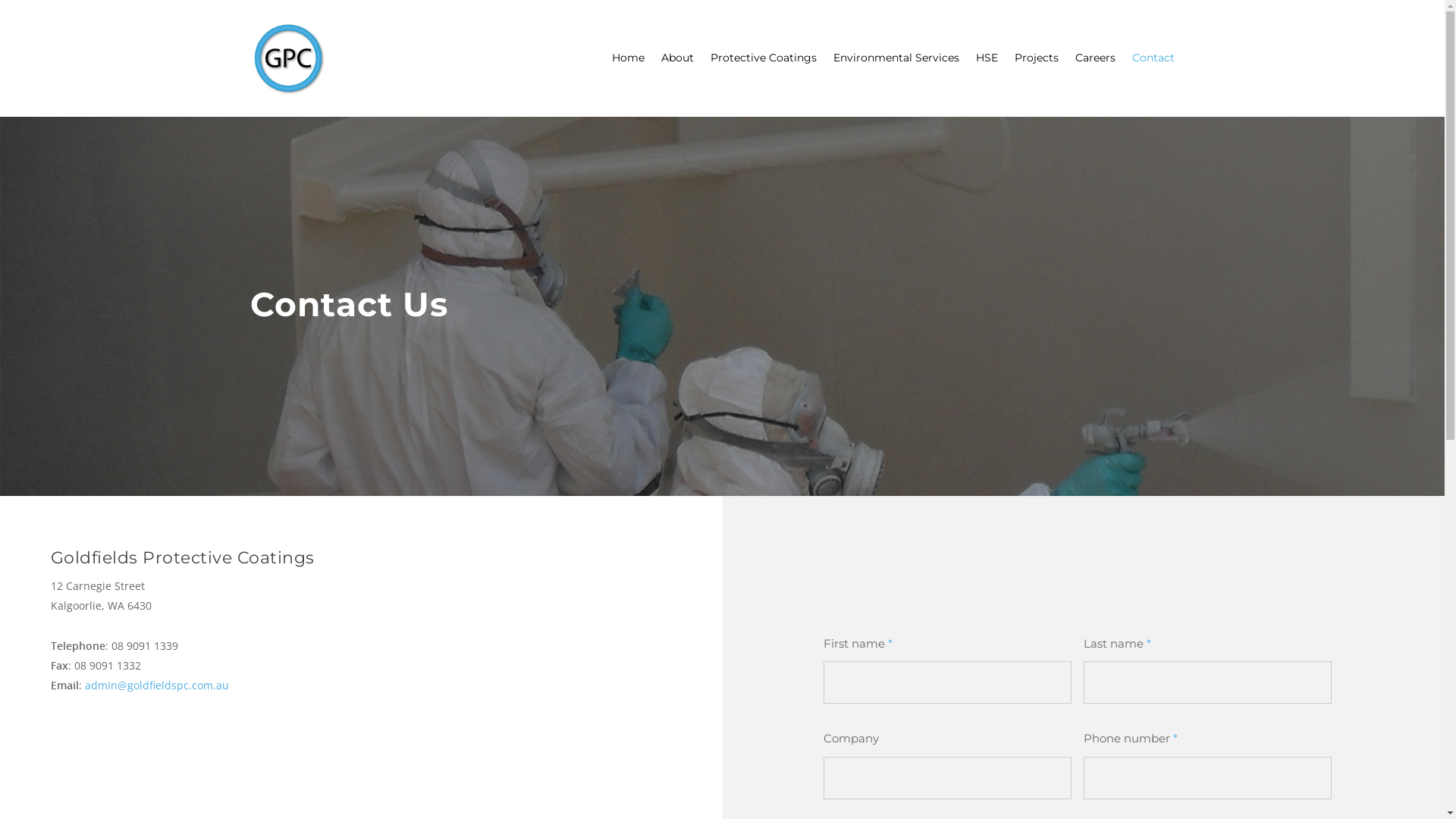  I want to click on 'Home', so click(628, 69).